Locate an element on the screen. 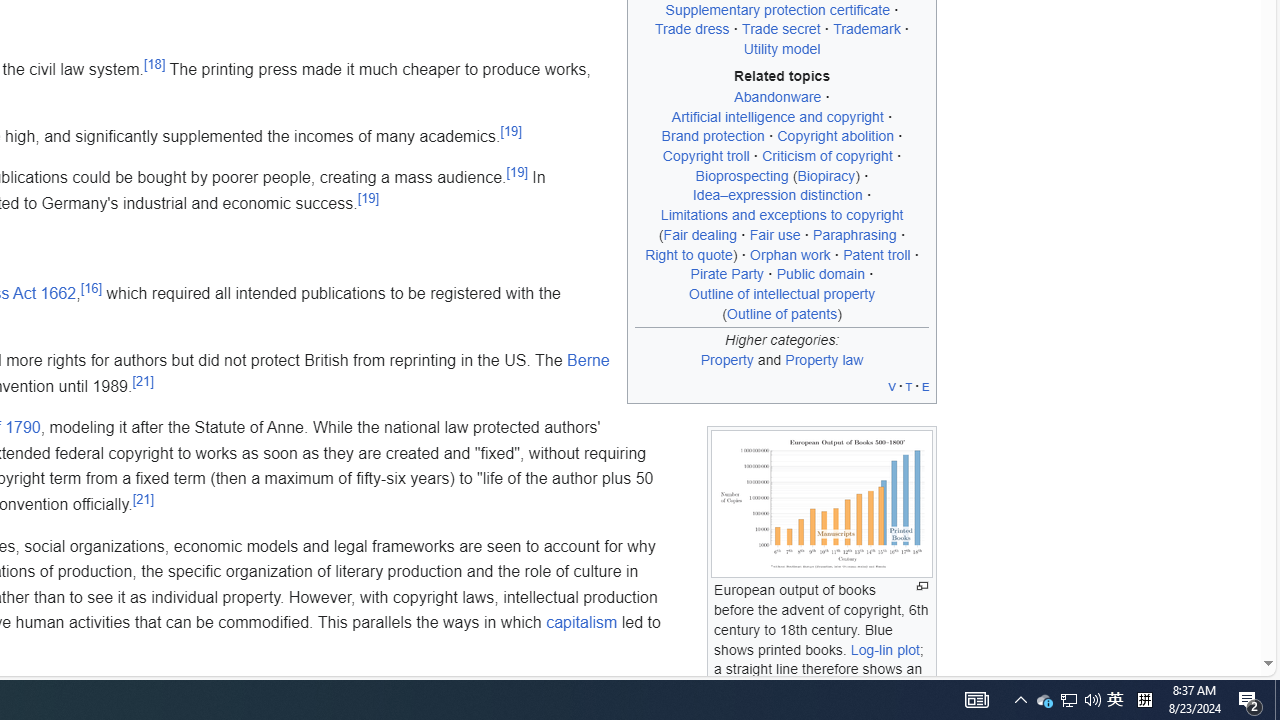 Image resolution: width=1280 pixels, height=720 pixels. 'Bioprospecting' is located at coordinates (740, 174).